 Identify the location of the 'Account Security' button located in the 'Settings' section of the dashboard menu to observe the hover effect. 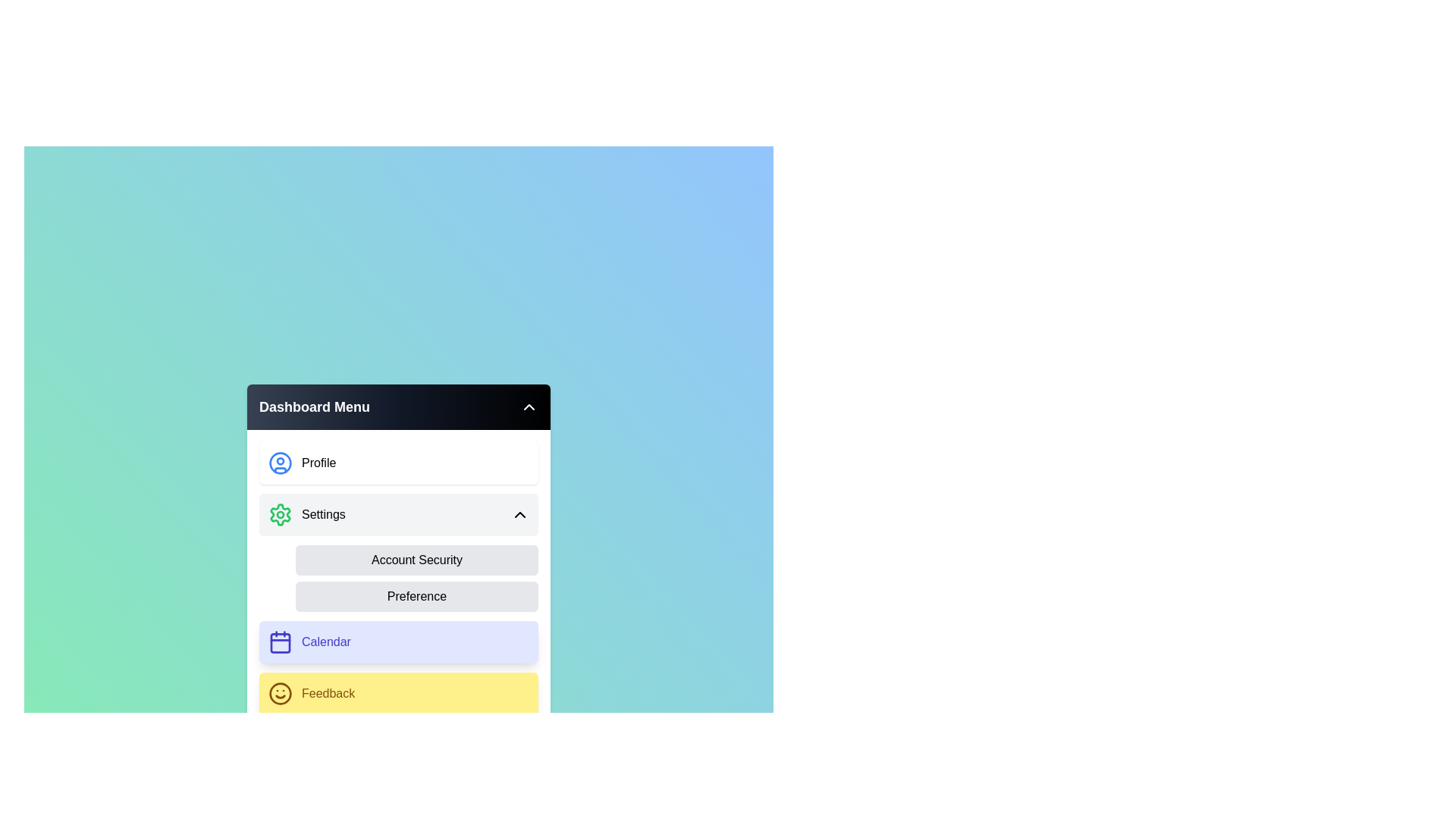
(417, 560).